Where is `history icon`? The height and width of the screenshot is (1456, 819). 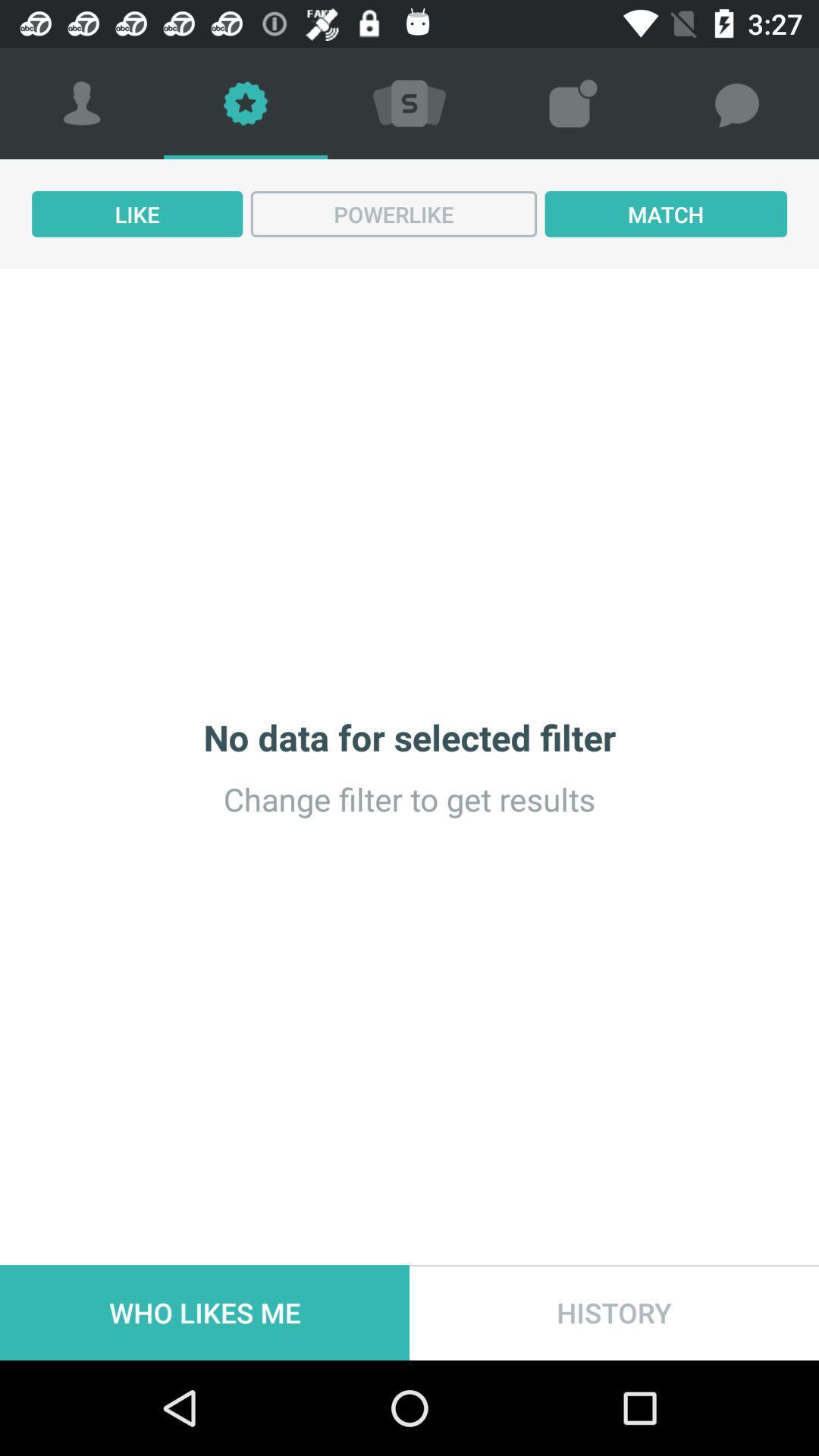 history icon is located at coordinates (614, 1312).